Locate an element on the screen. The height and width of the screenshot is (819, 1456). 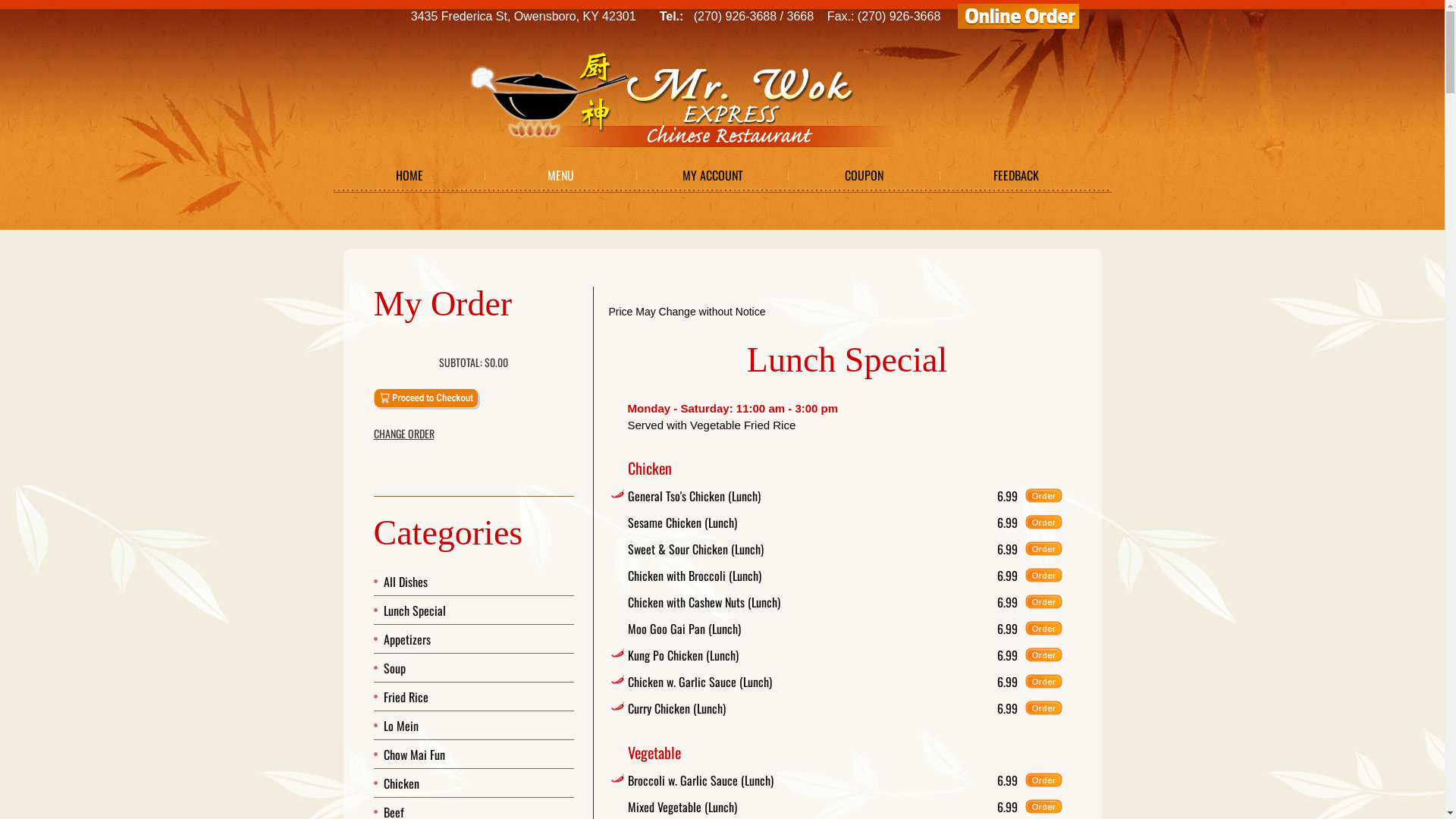
'Chow Mai Fun' is located at coordinates (414, 755).